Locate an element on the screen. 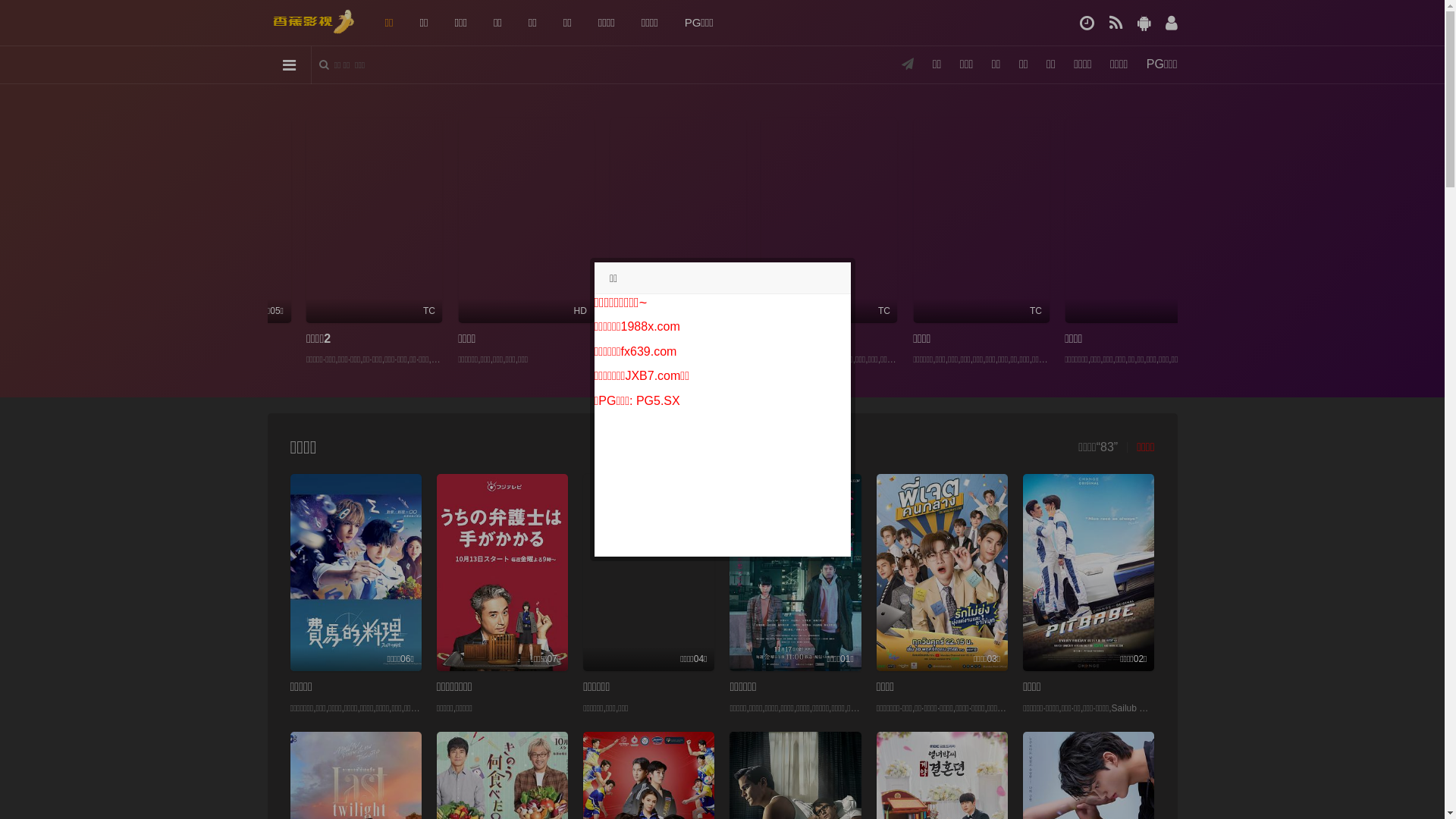 This screenshot has height=819, width=1456. 'HD' is located at coordinates (1100, 220).